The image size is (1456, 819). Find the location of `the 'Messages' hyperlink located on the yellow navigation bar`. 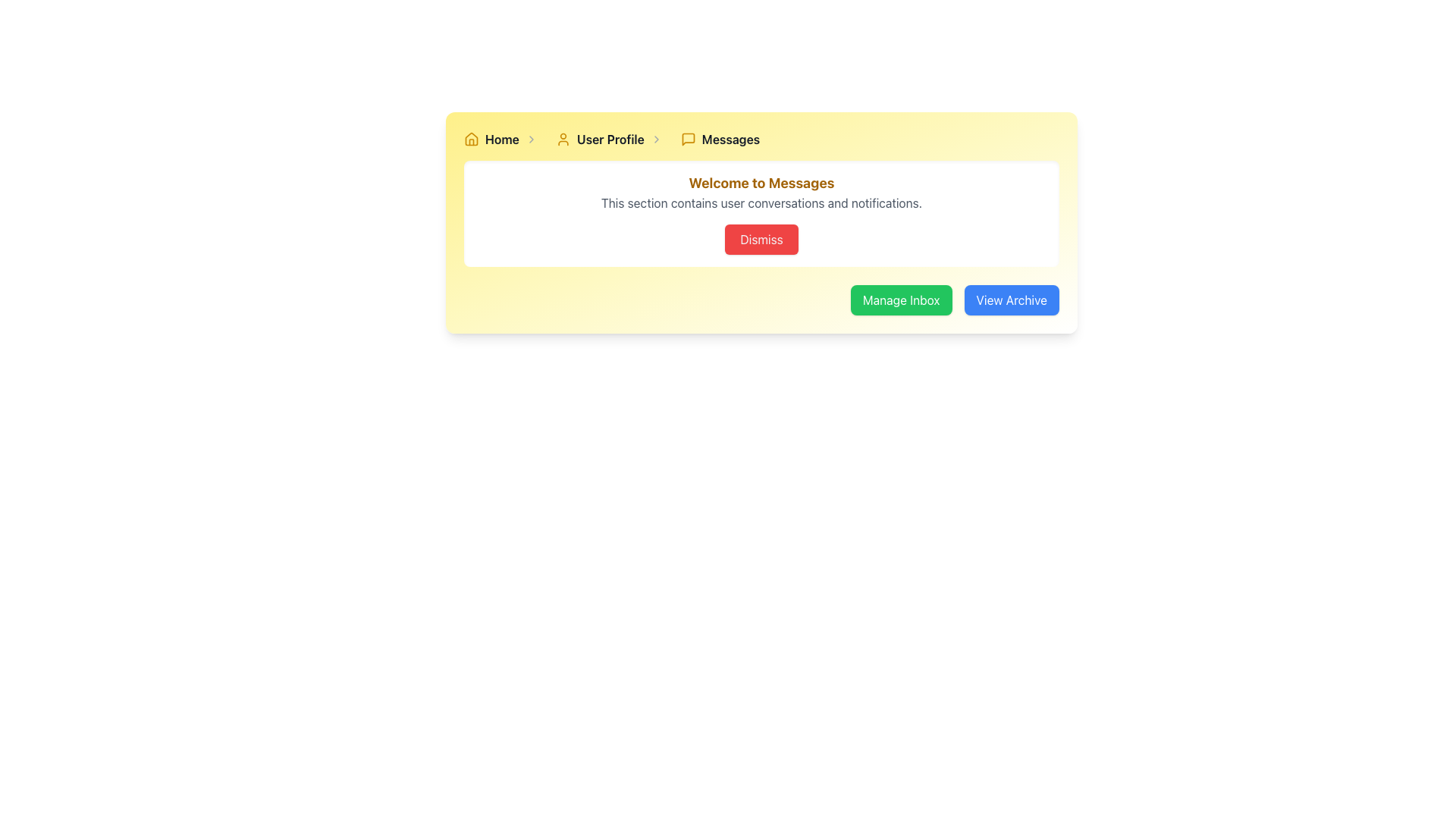

the 'Messages' hyperlink located on the yellow navigation bar is located at coordinates (731, 140).